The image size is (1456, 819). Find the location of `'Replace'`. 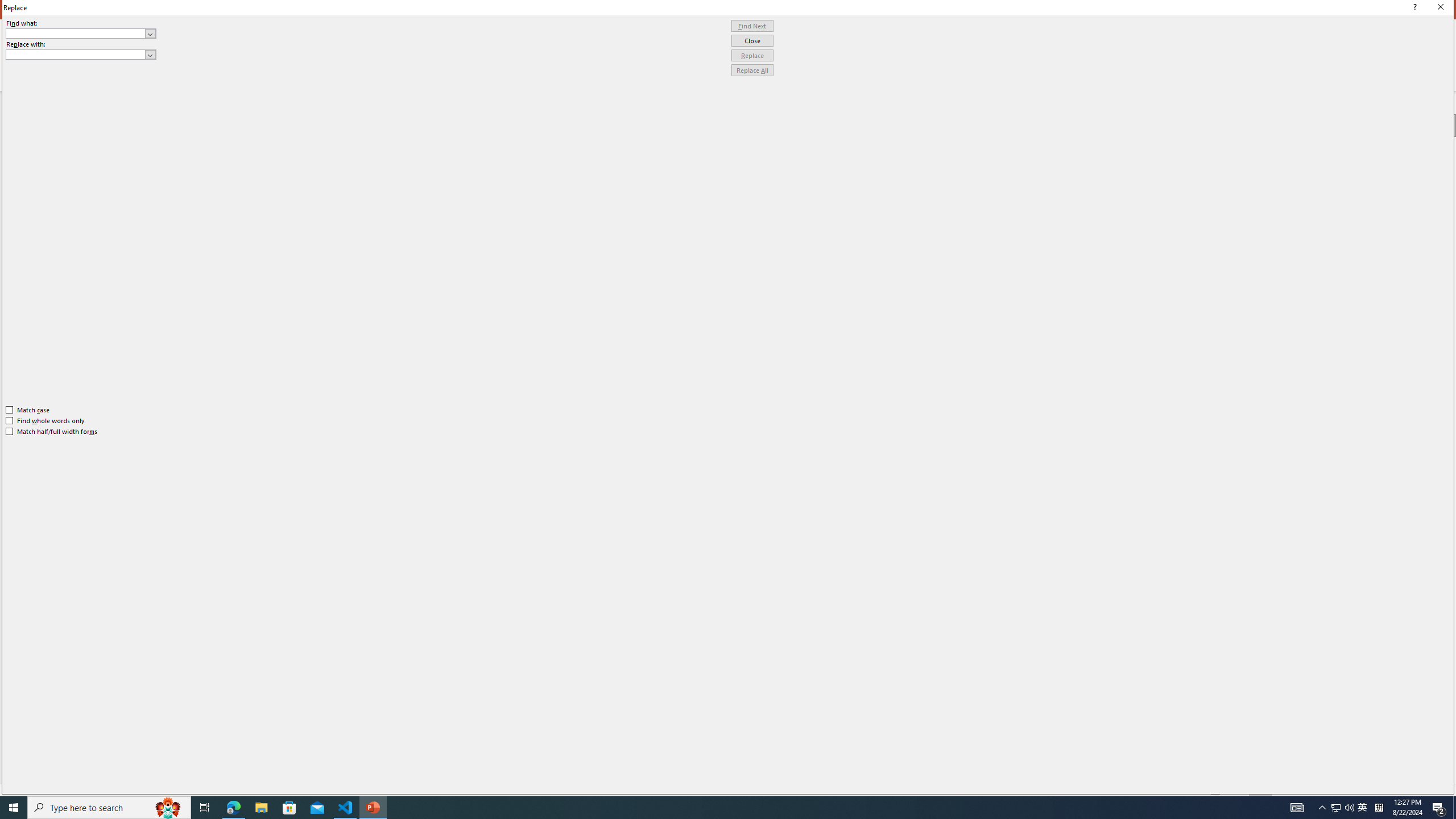

'Replace' is located at coordinates (752, 55).